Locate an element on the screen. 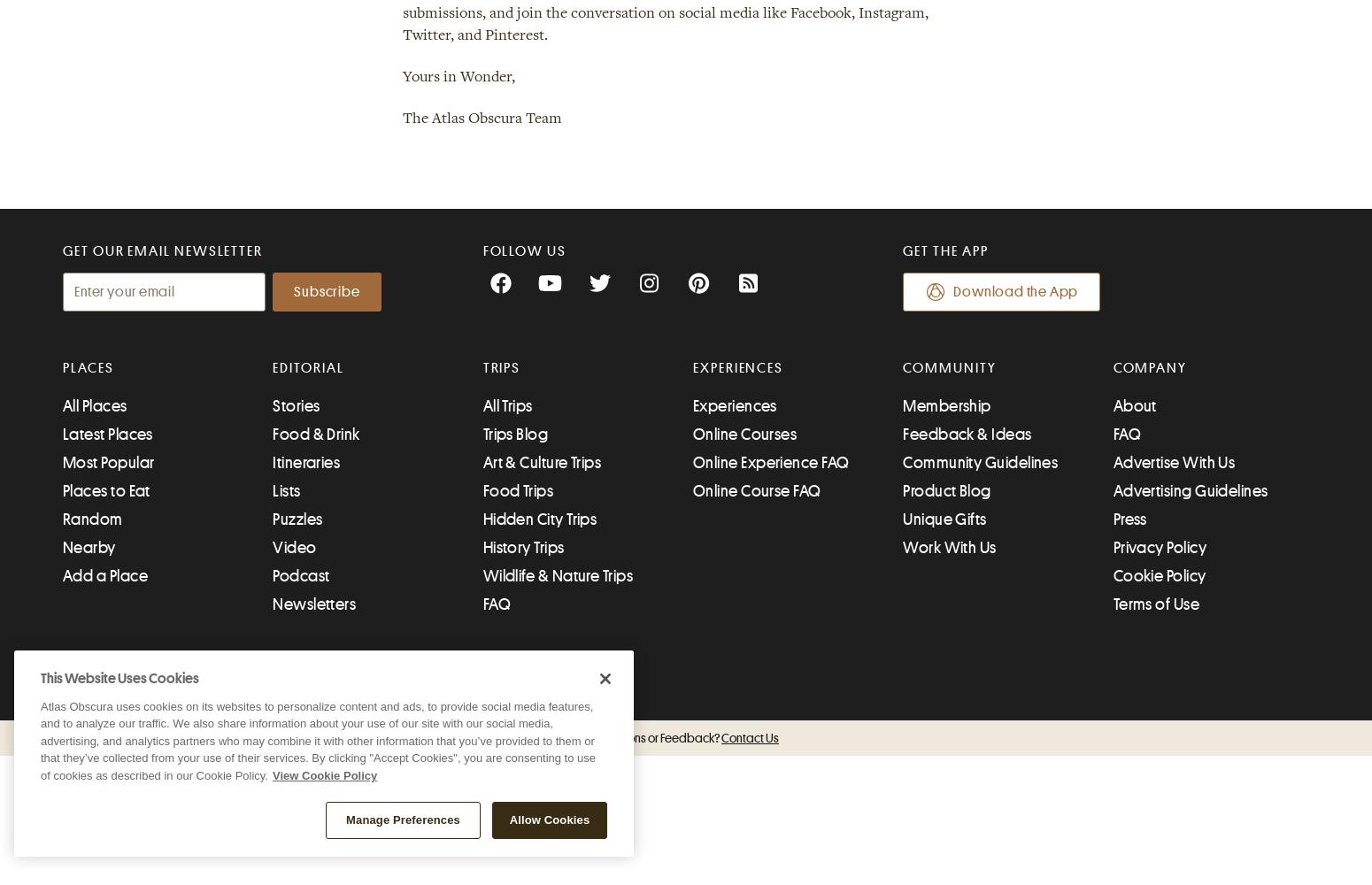 The height and width of the screenshot is (885, 1372). 'Newsletters' is located at coordinates (312, 604).